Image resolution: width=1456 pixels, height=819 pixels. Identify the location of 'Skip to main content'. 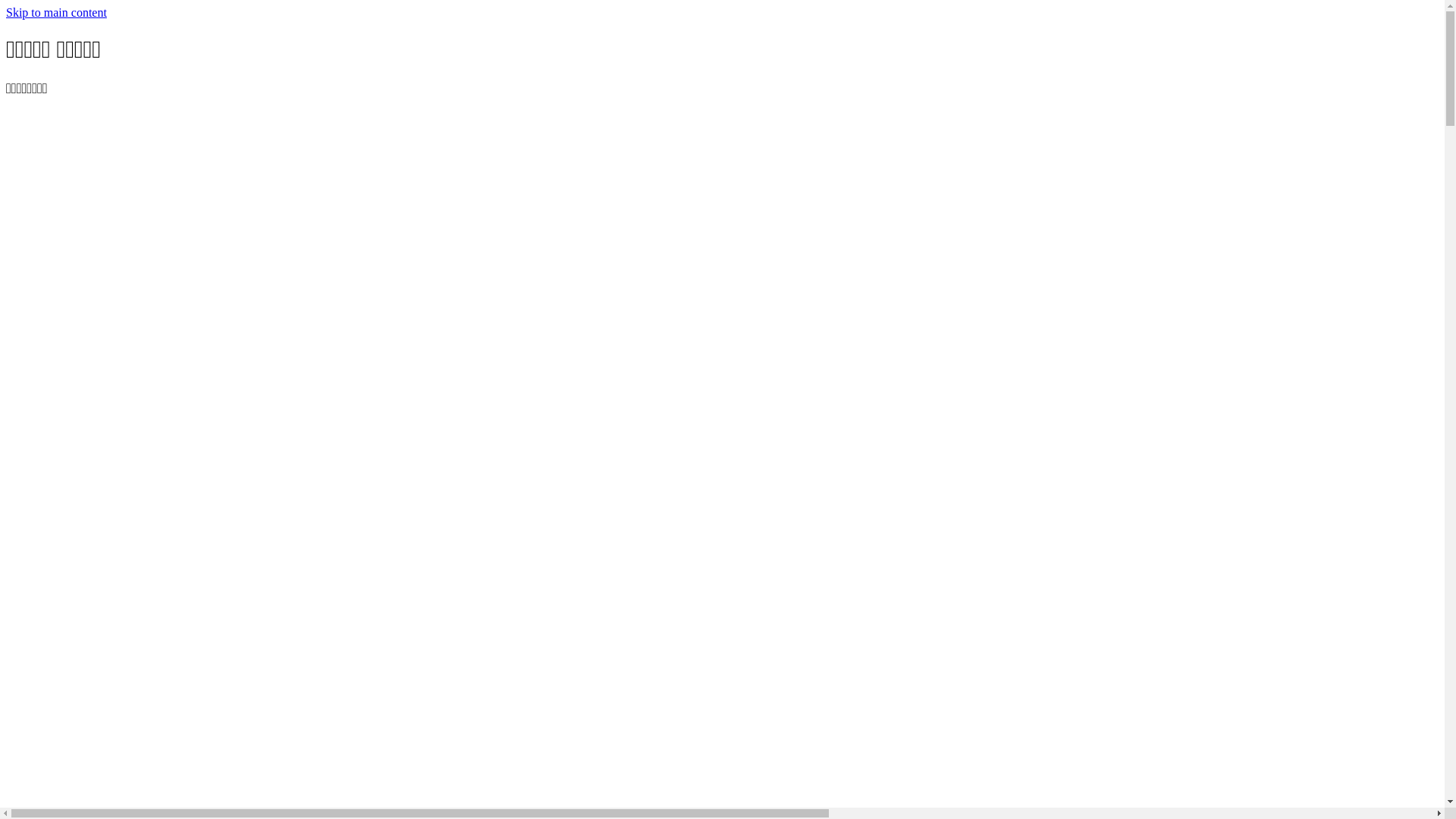
(56, 12).